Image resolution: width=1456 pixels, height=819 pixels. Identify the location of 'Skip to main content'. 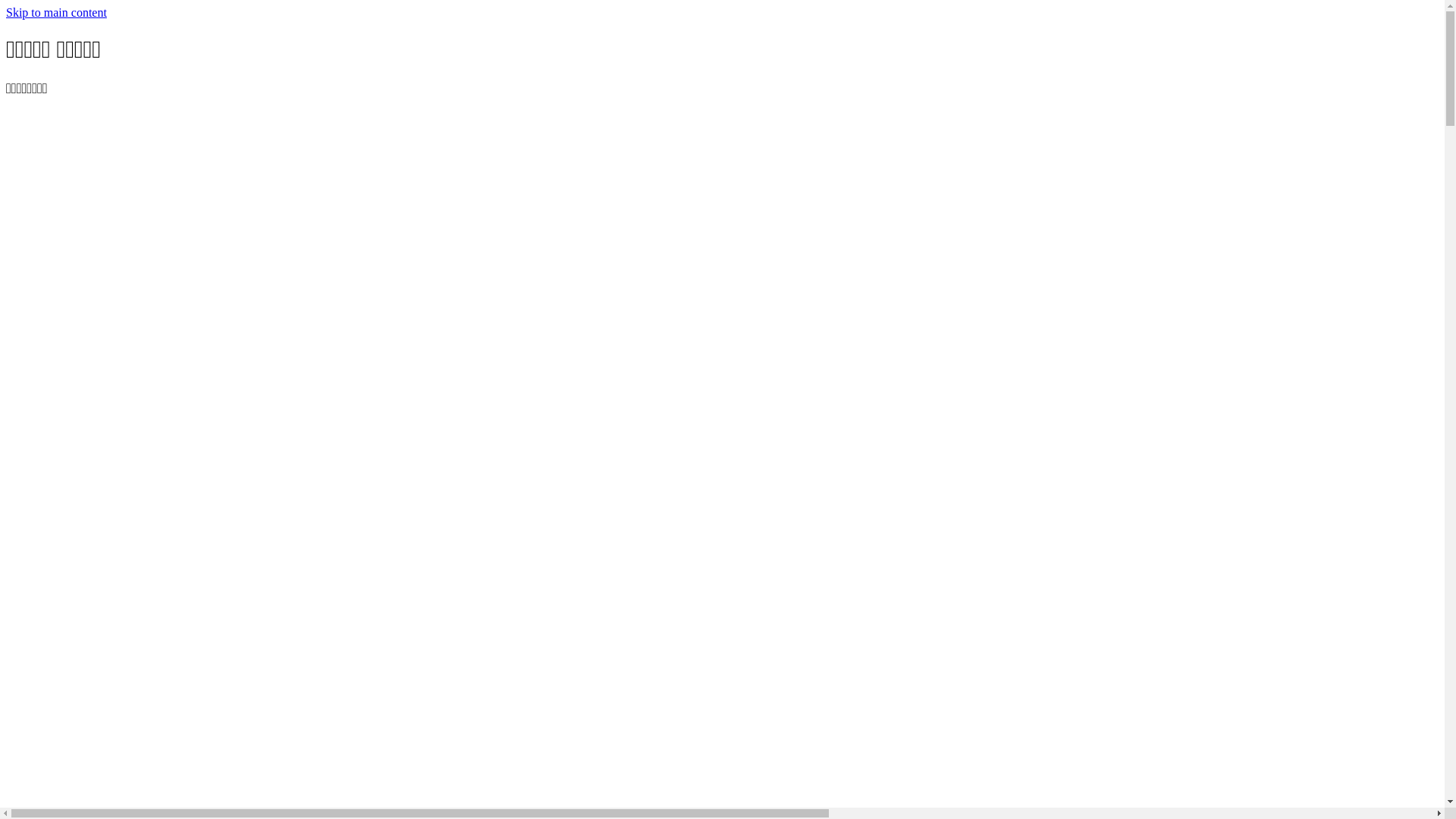
(56, 12).